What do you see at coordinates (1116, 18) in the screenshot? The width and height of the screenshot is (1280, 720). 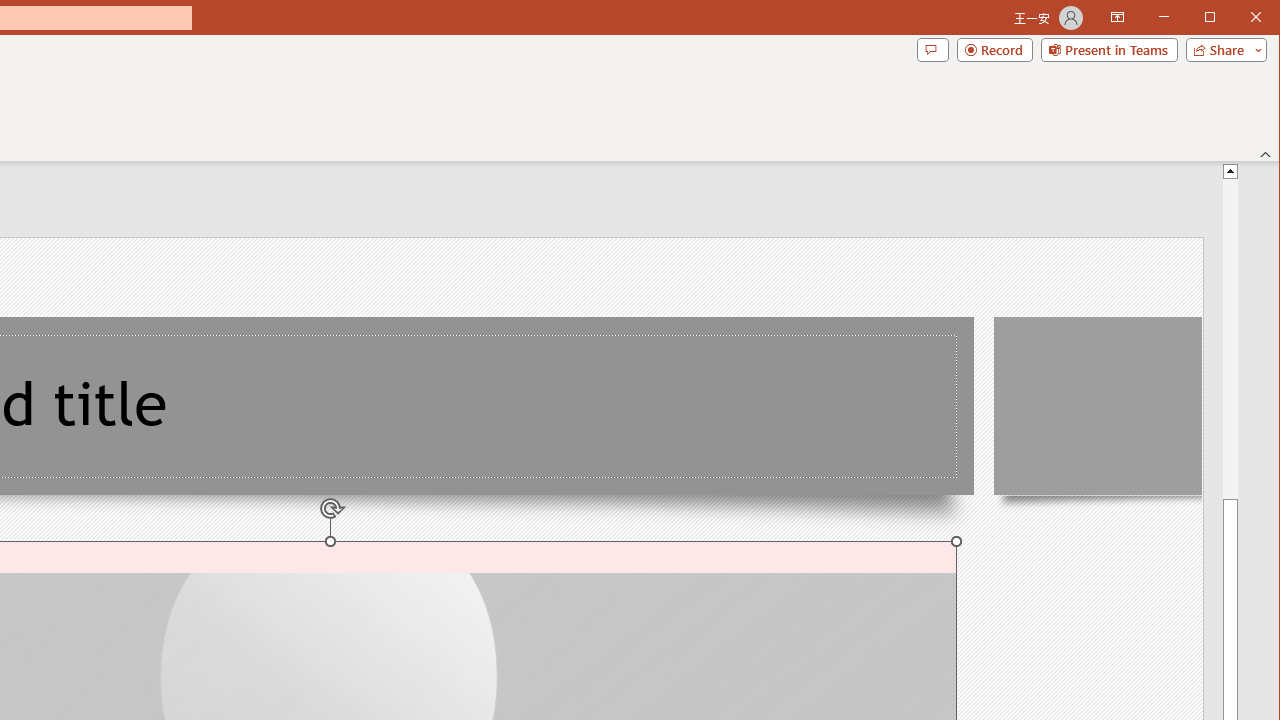 I see `'Ribbon Display Options'` at bounding box center [1116, 18].